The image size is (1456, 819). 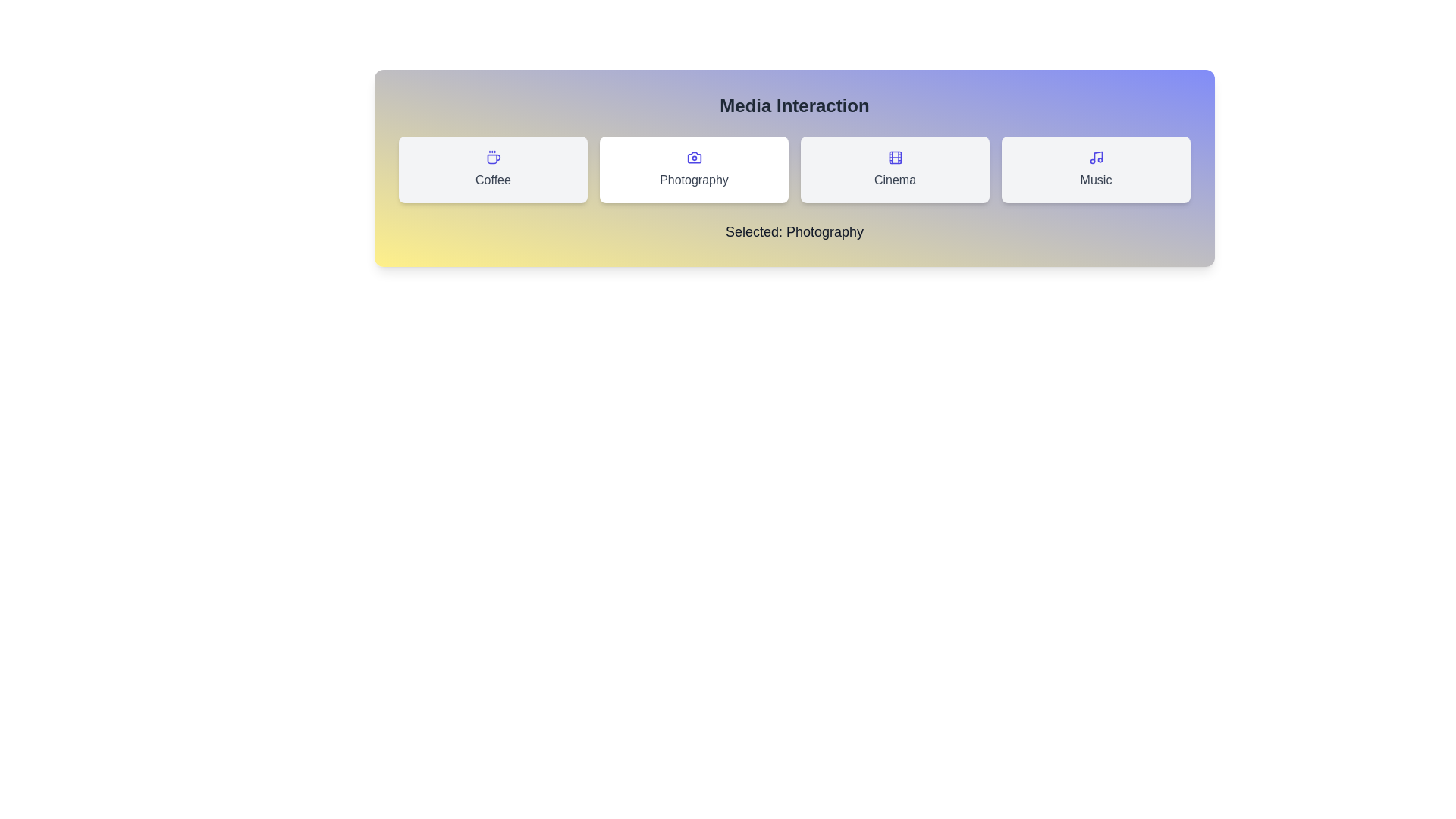 What do you see at coordinates (1096, 169) in the screenshot?
I see `the rectangular button labeled 'Music' with an indigo music icon, positioned as the fourth button in a row of four on the far right` at bounding box center [1096, 169].